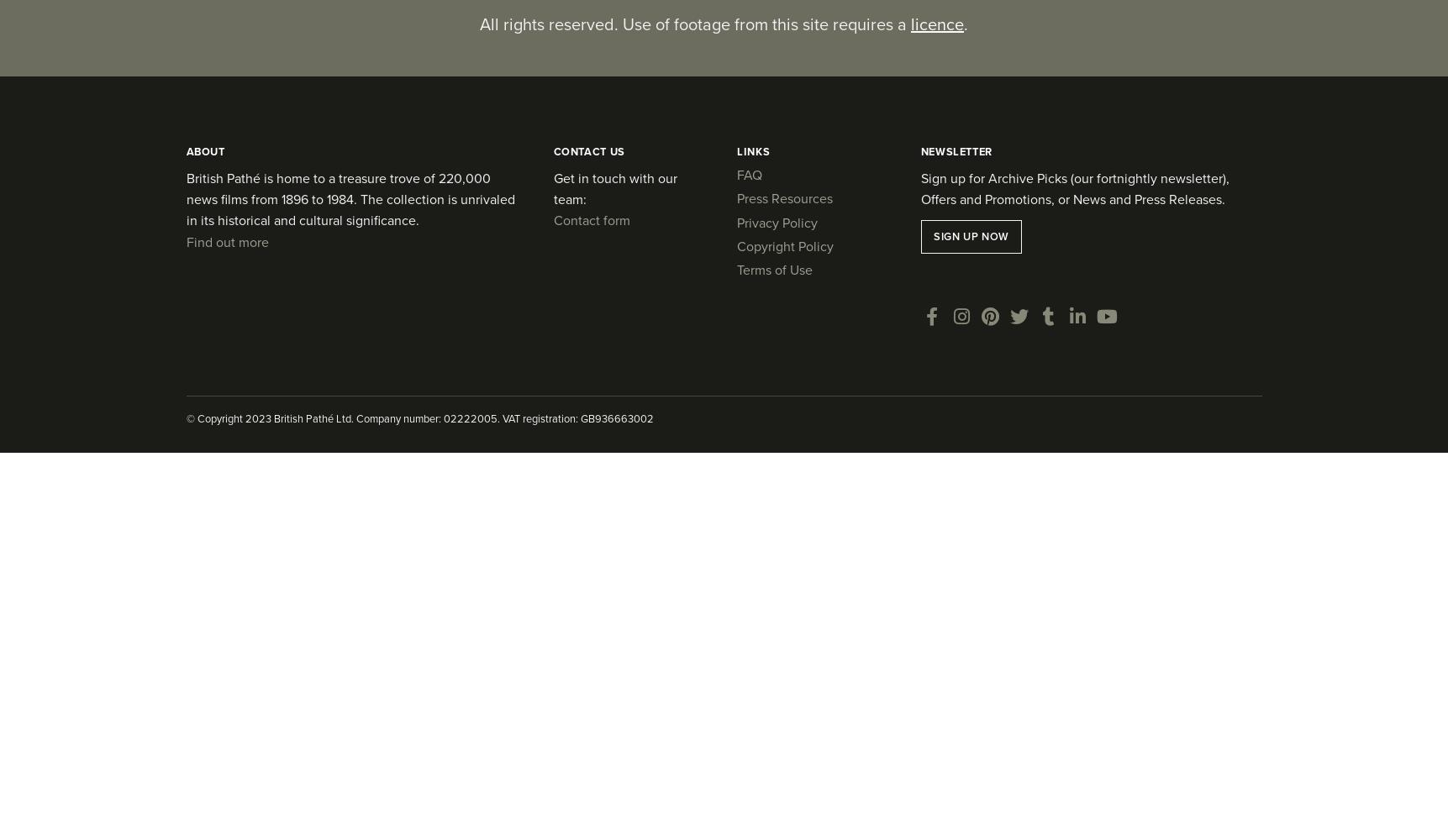  I want to click on 'Press Resources', so click(736, 197).